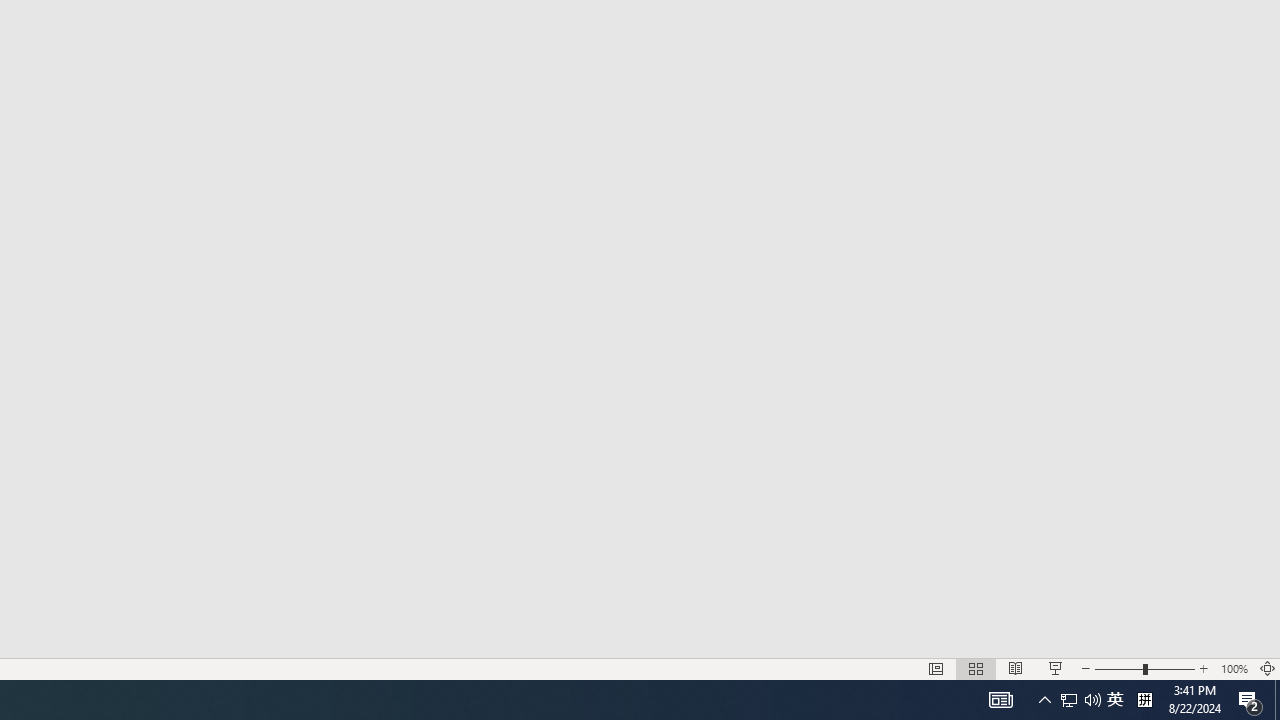 The height and width of the screenshot is (720, 1280). Describe the element at coordinates (1203, 669) in the screenshot. I see `'Zoom In'` at that location.